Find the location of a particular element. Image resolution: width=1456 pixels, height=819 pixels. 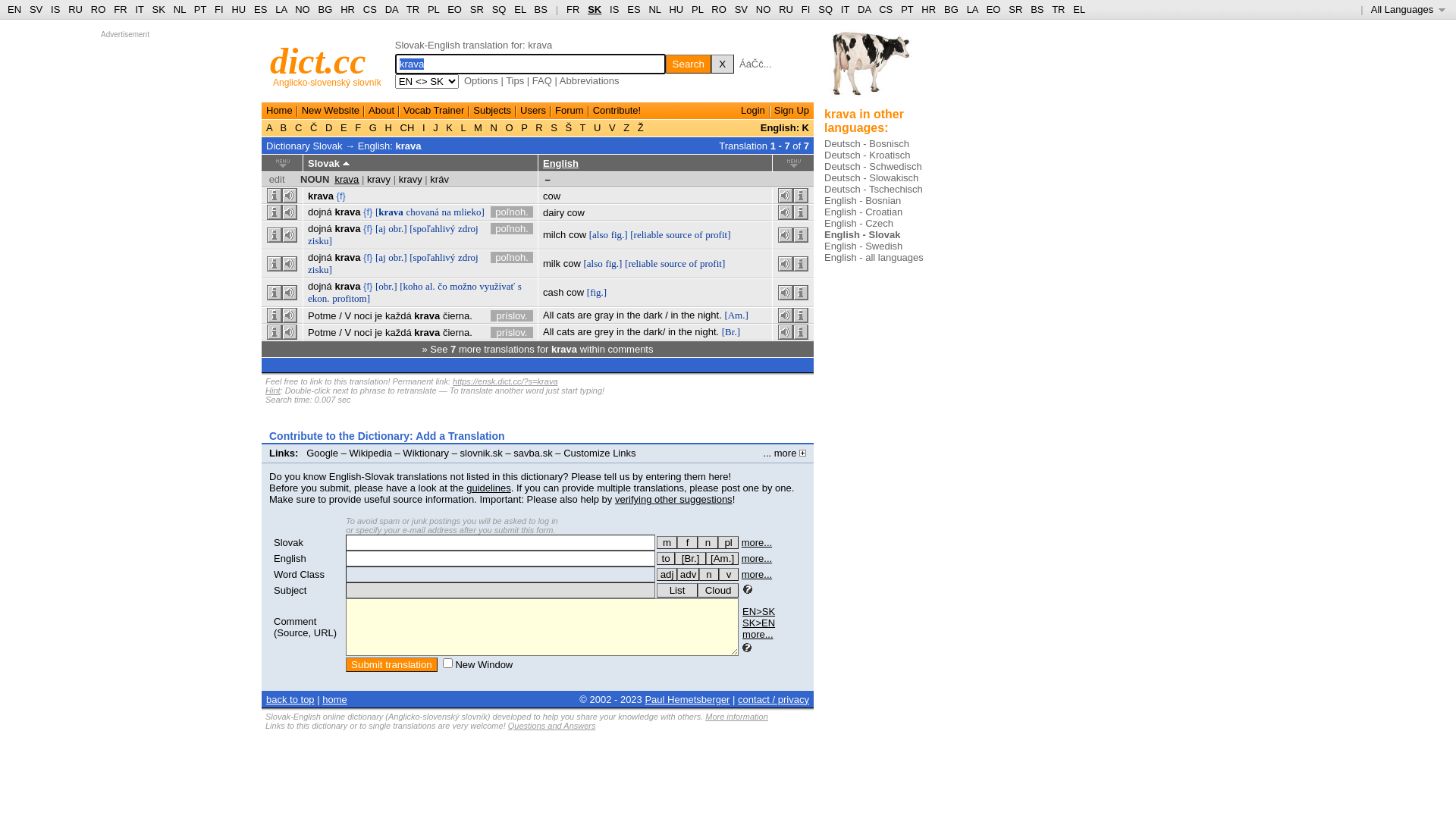

'Dictionary' is located at coordinates (287, 145).